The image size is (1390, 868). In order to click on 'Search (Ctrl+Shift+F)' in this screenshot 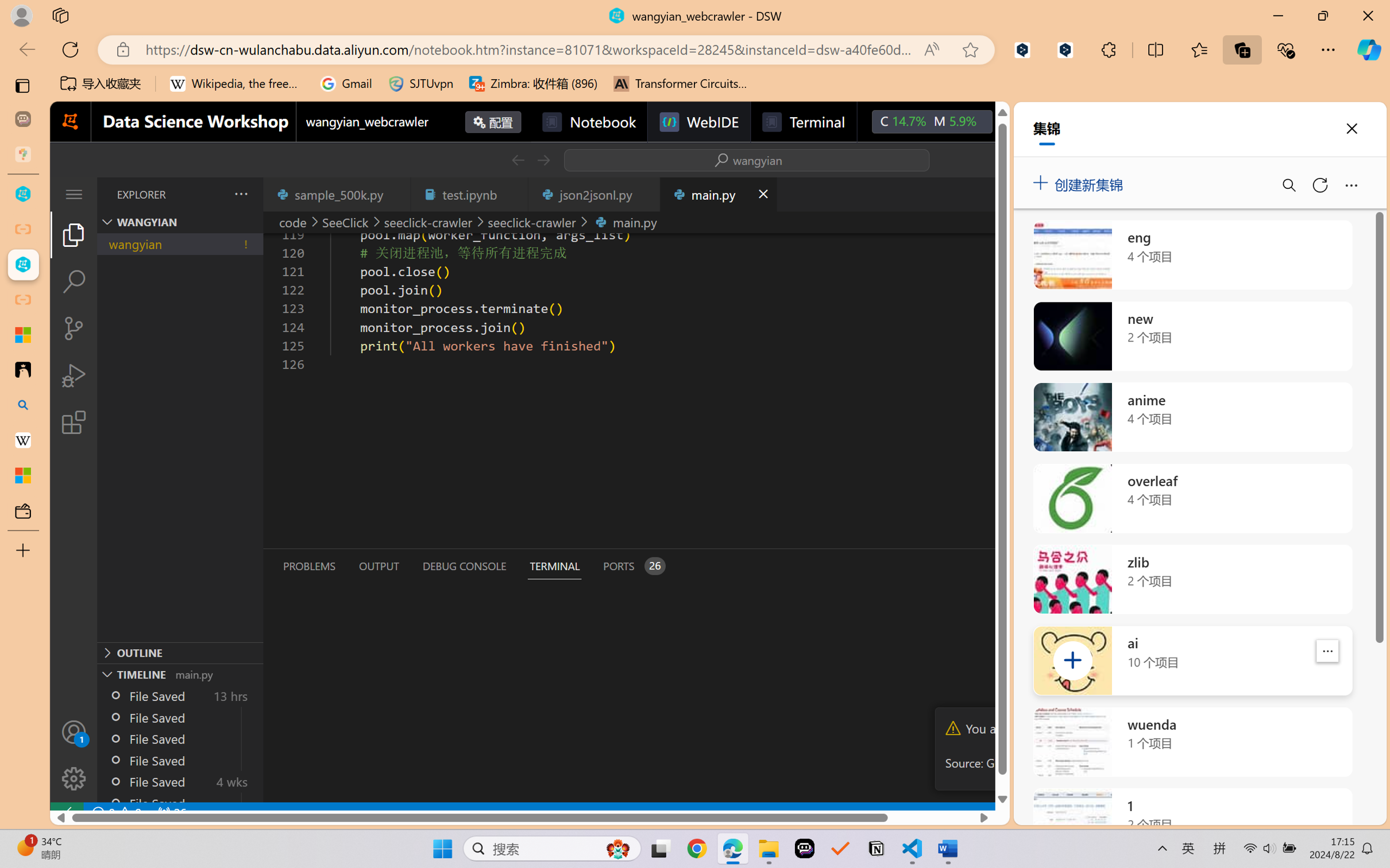, I will do `click(73, 281)`.